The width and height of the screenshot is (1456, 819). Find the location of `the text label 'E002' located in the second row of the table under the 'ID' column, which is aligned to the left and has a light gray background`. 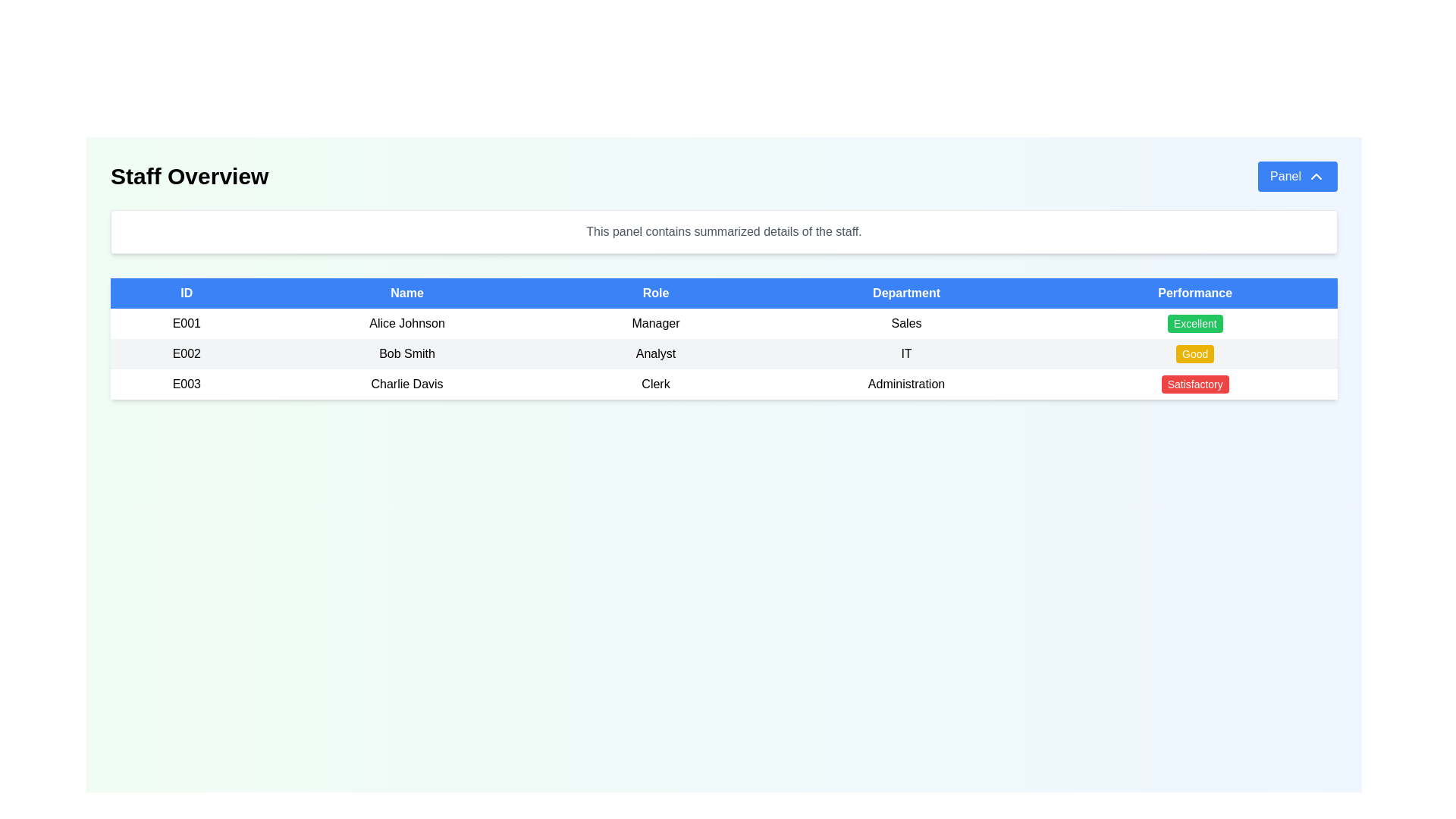

the text label 'E002' located in the second row of the table under the 'ID' column, which is aligned to the left and has a light gray background is located at coordinates (186, 353).